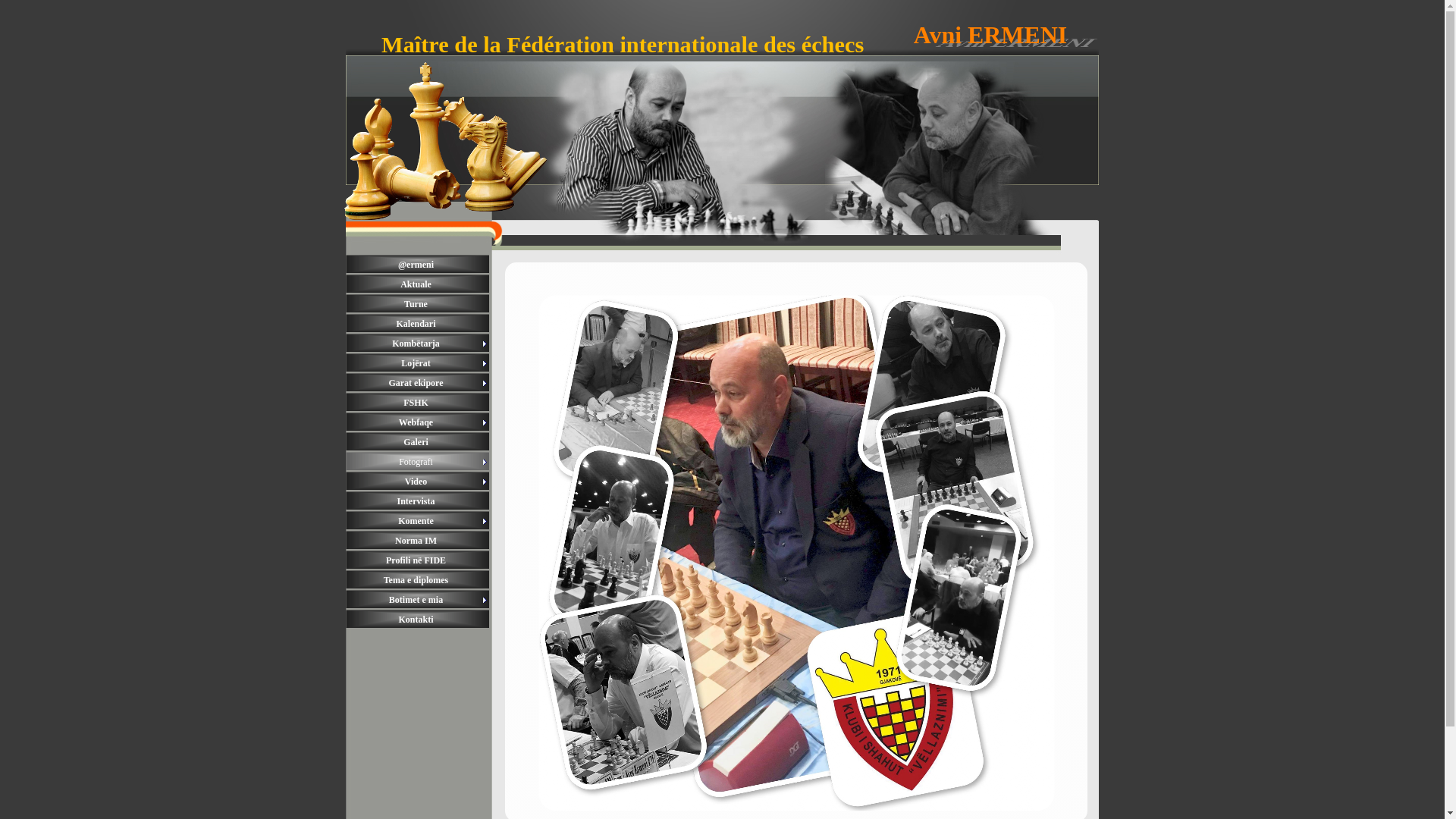 The image size is (1456, 819). What do you see at coordinates (345, 441) in the screenshot?
I see `'Galeri'` at bounding box center [345, 441].